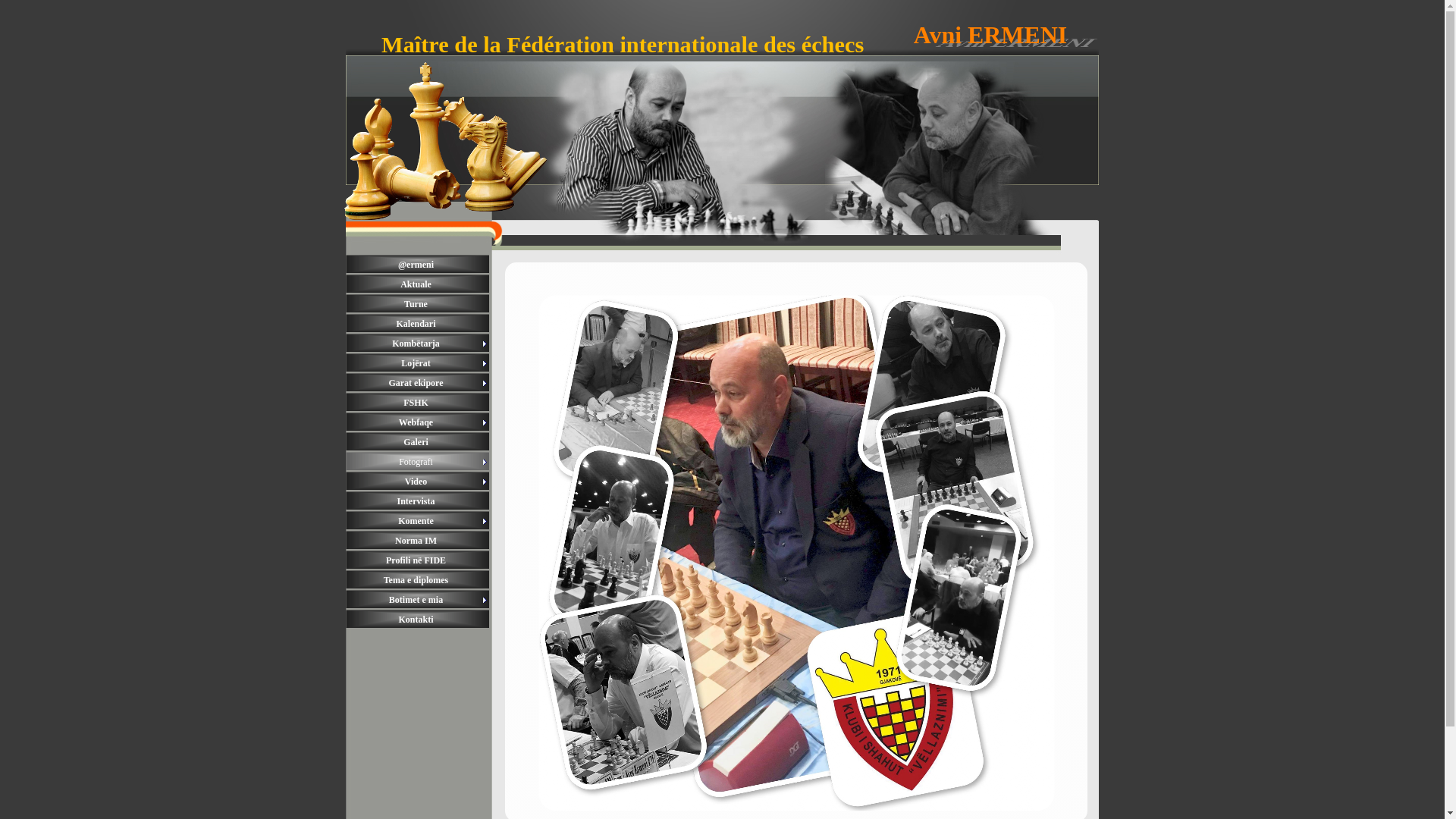 The image size is (1456, 819). What do you see at coordinates (345, 441) in the screenshot?
I see `'Galeri'` at bounding box center [345, 441].